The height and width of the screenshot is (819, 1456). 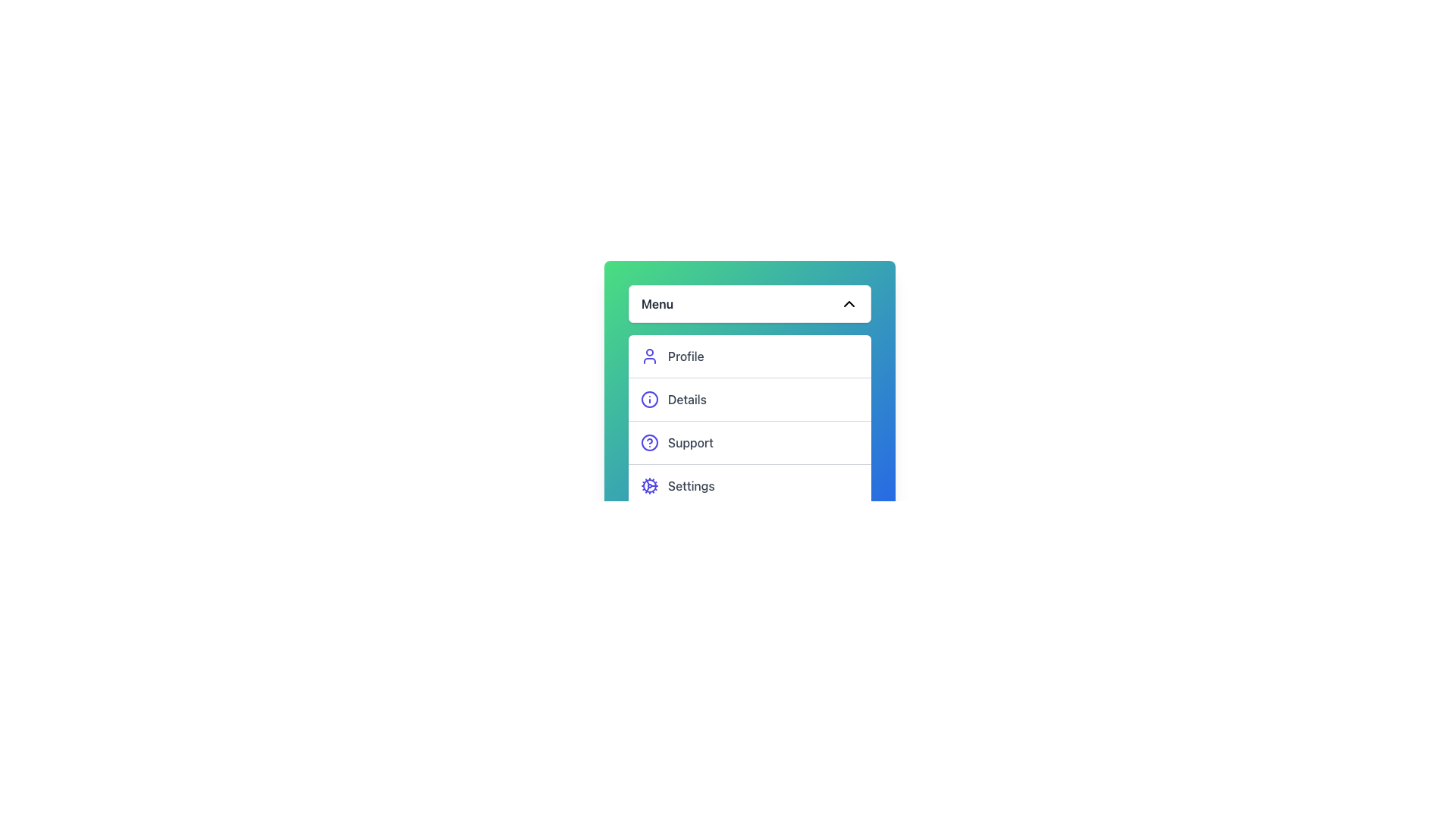 What do you see at coordinates (685, 356) in the screenshot?
I see `the 'Profile' menu option text label located in the vertical menu, which is the first item in the list of options` at bounding box center [685, 356].